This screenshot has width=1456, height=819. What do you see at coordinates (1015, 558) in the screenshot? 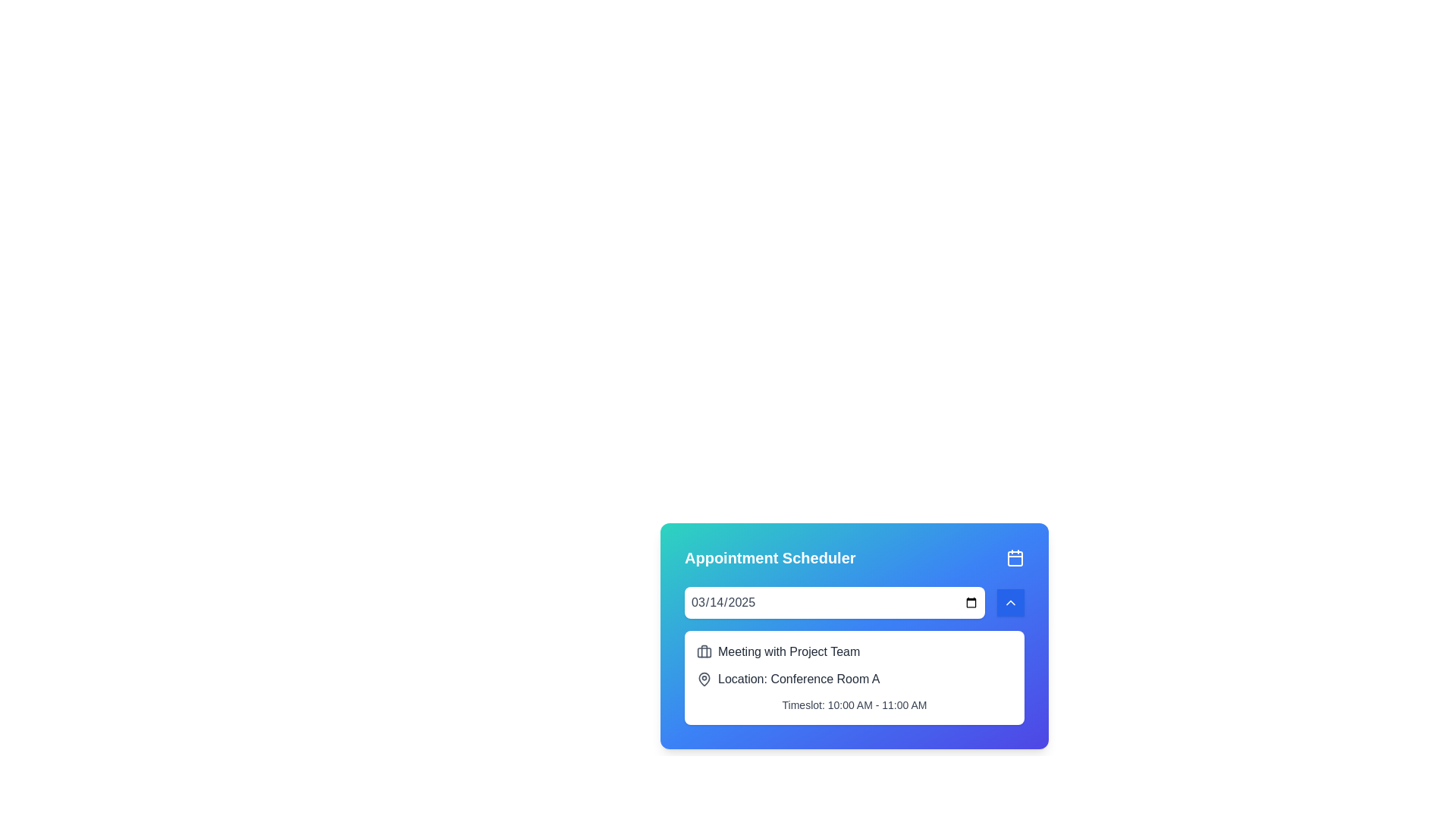
I see `the central area of the calendar representation within the calendar icon in the top-right corner of the Appointment Scheduler interface` at bounding box center [1015, 558].